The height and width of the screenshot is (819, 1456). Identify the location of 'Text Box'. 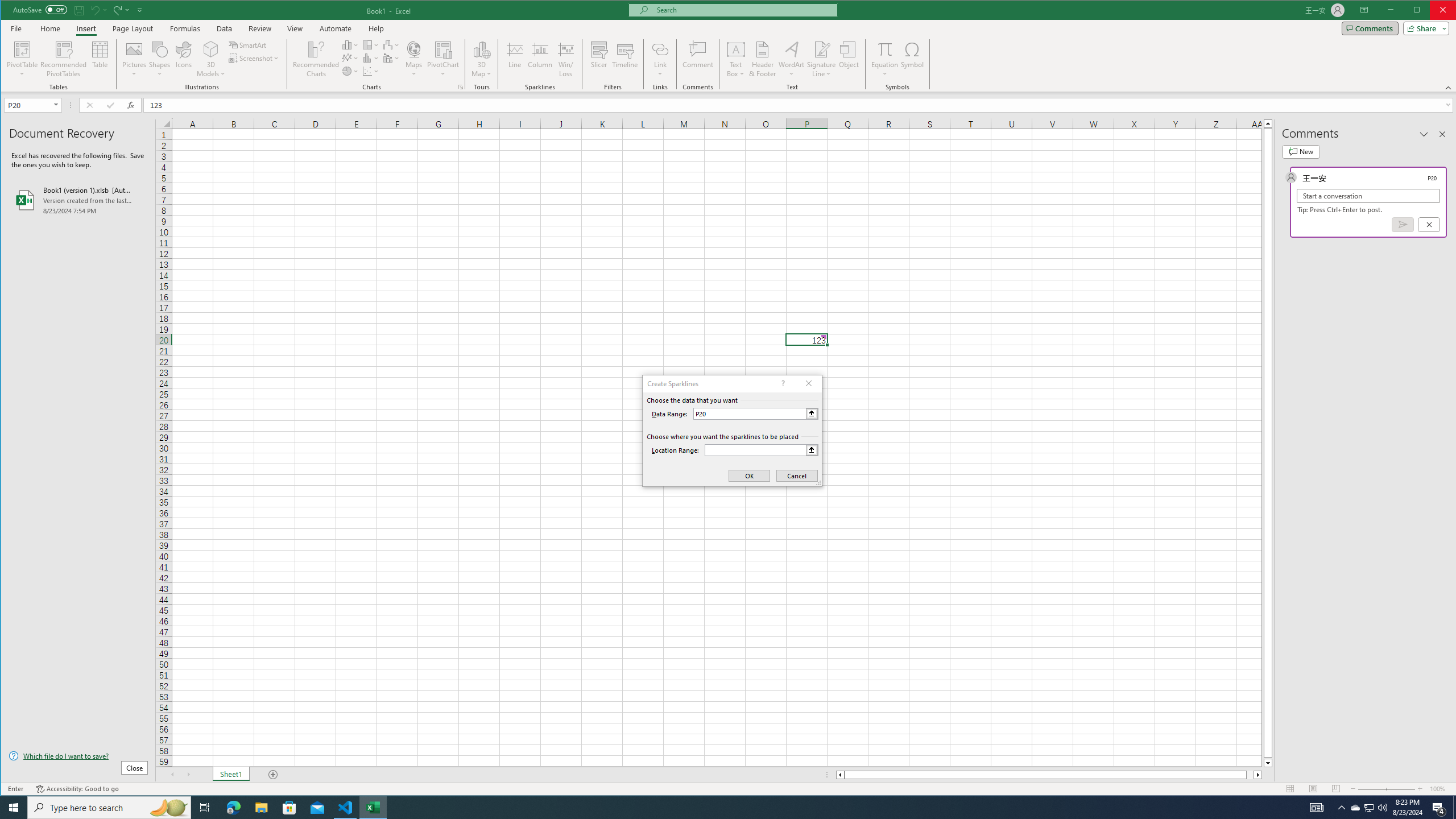
(735, 59).